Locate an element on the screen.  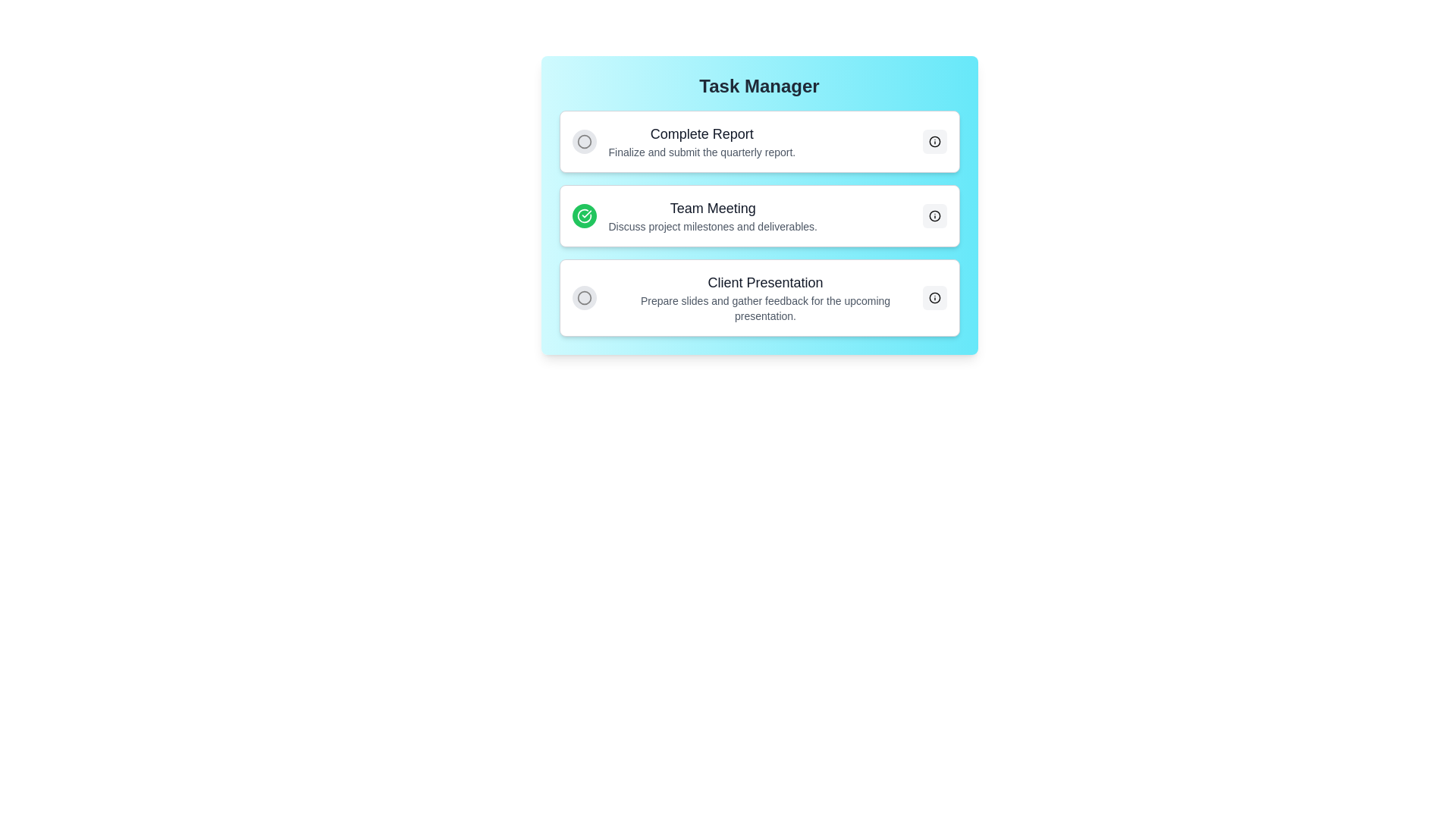
the text element displaying 'Team Meeting' in bold, dark gray font, which is positioned above the description 'Discuss project milestones and deliverables' within the second task card is located at coordinates (712, 208).